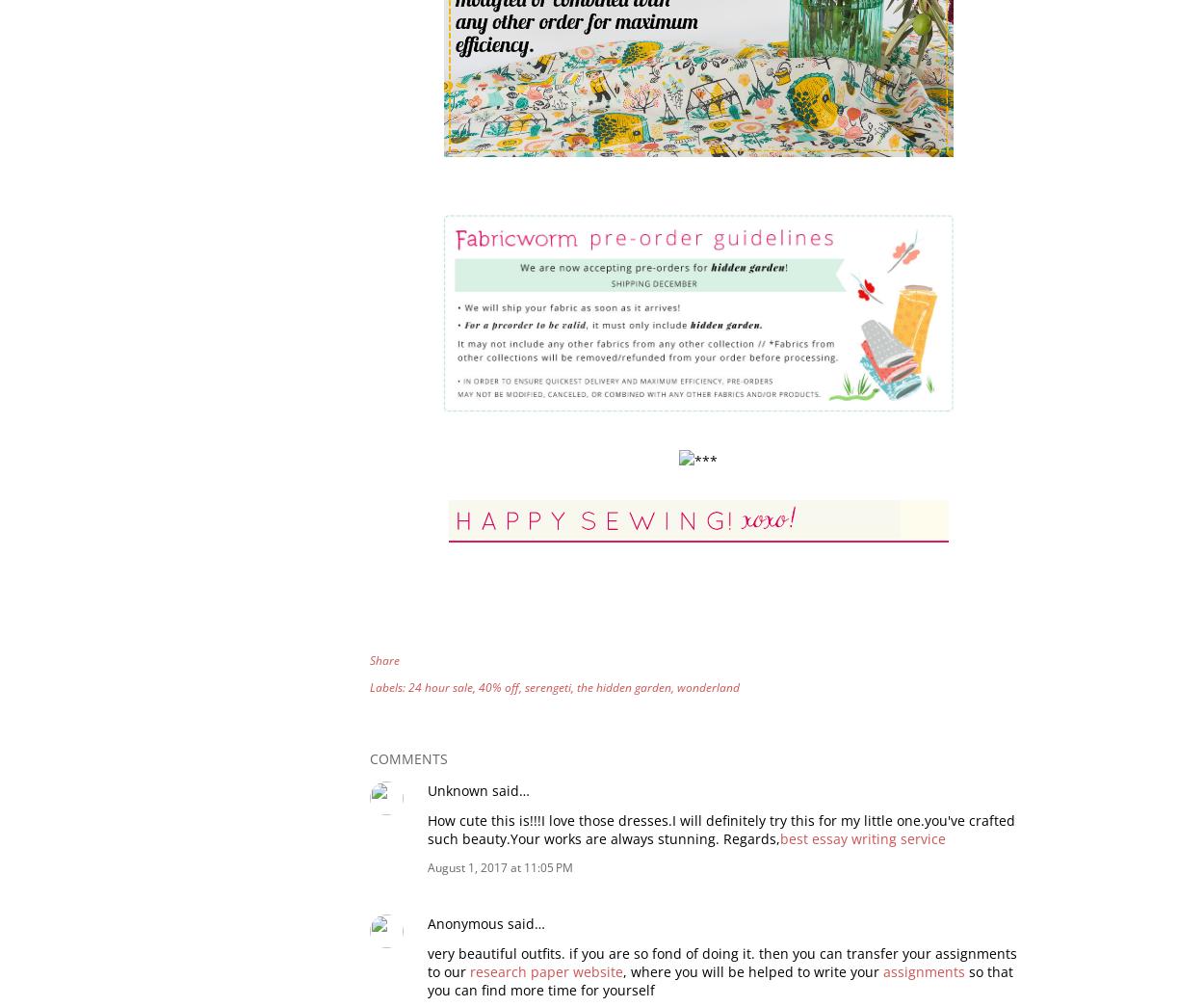  I want to click on 'best essay writing service', so click(780, 836).